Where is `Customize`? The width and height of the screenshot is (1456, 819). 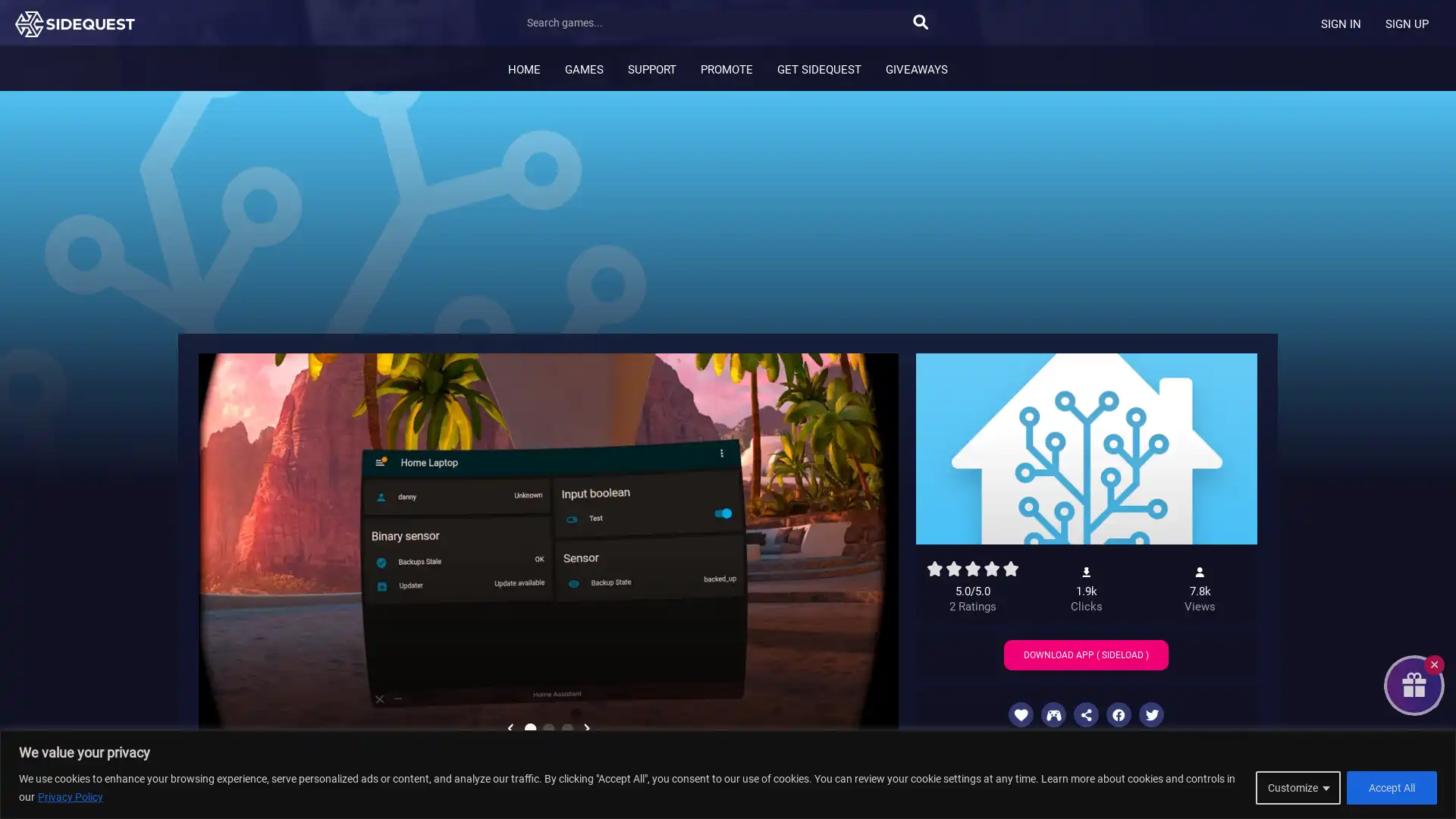 Customize is located at coordinates (1298, 786).